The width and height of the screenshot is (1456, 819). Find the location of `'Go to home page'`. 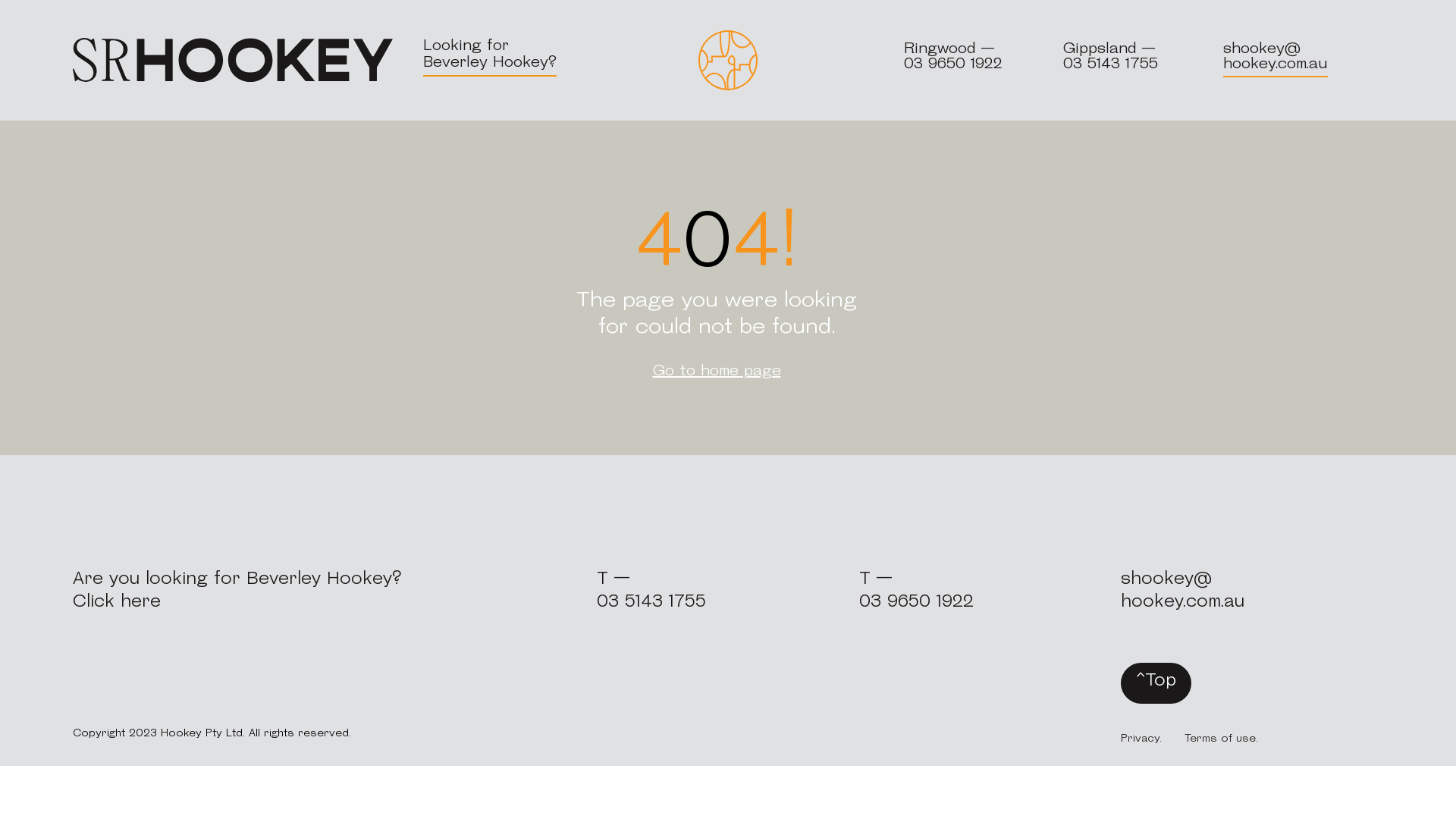

'Go to home page' is located at coordinates (716, 371).